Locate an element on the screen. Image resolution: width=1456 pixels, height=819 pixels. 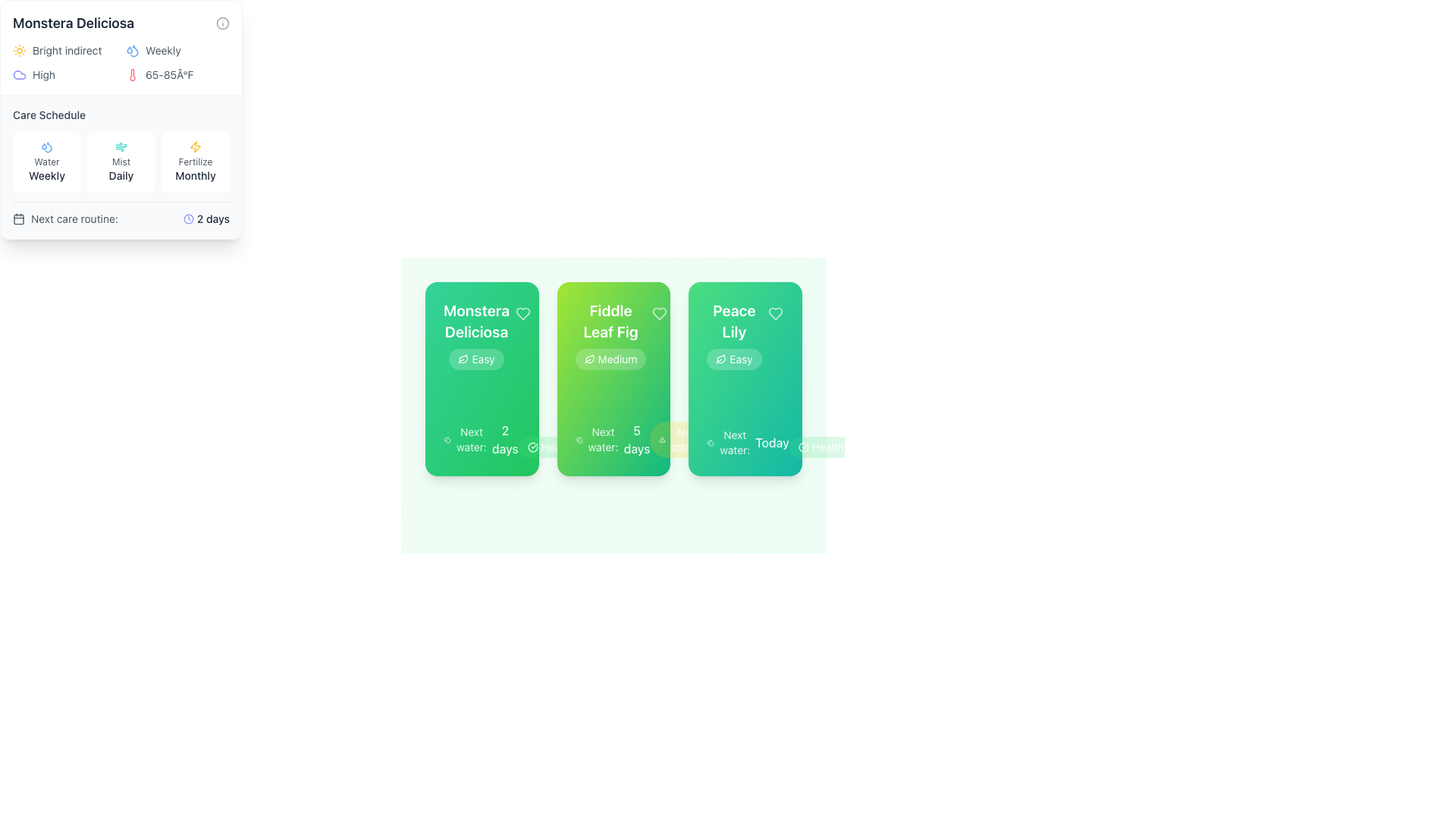
the Text Label with Icon that indicates the next scheduled watering for the 'Fiddle Leaf Fig' plant, located at the bottom of the card is located at coordinates (613, 439).